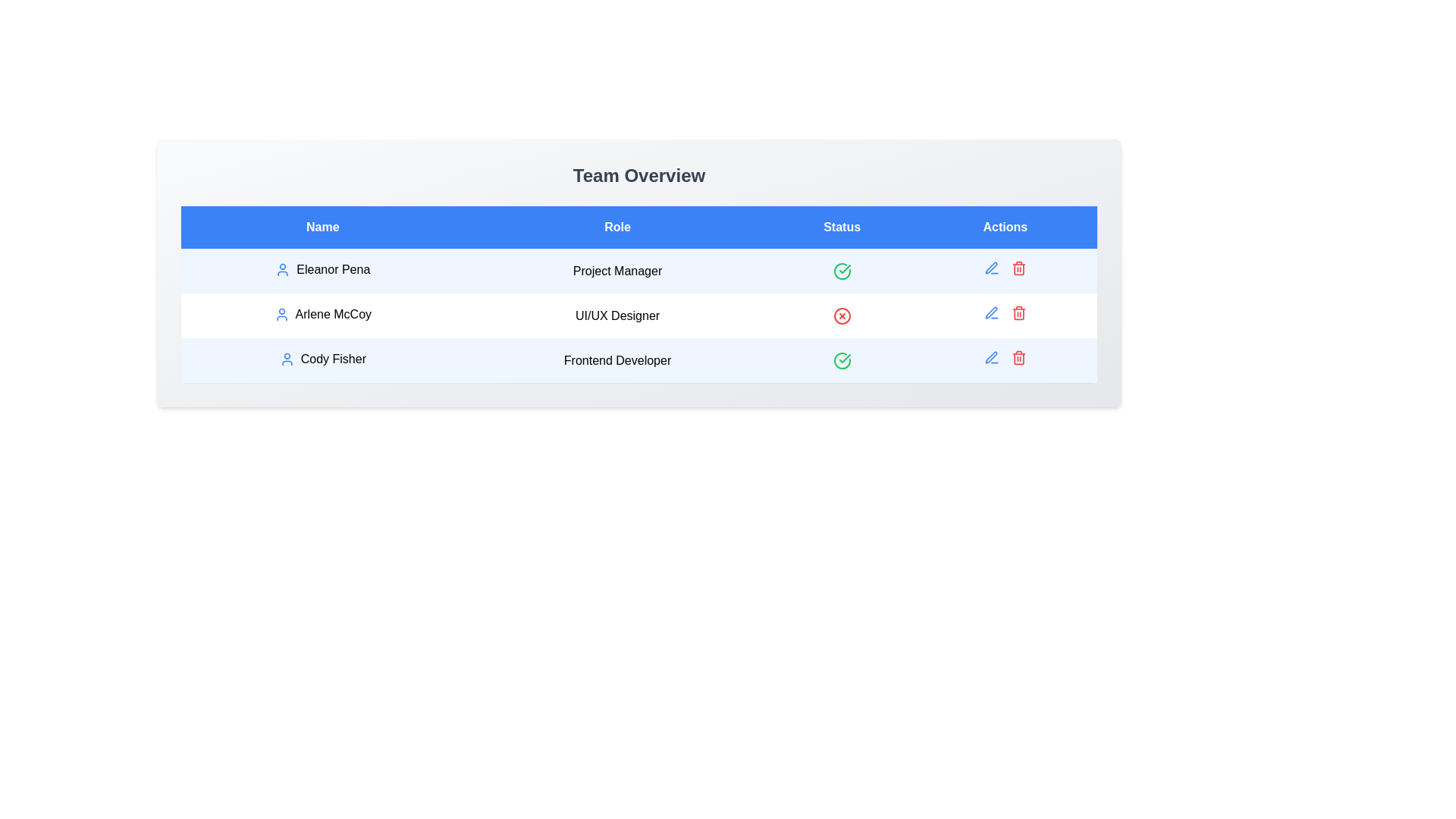 The height and width of the screenshot is (819, 1456). Describe the element at coordinates (322, 268) in the screenshot. I see `the text display element showing 'Eleanor Pena' with the blue user icon, located in the first row of the 'Name' column` at that location.